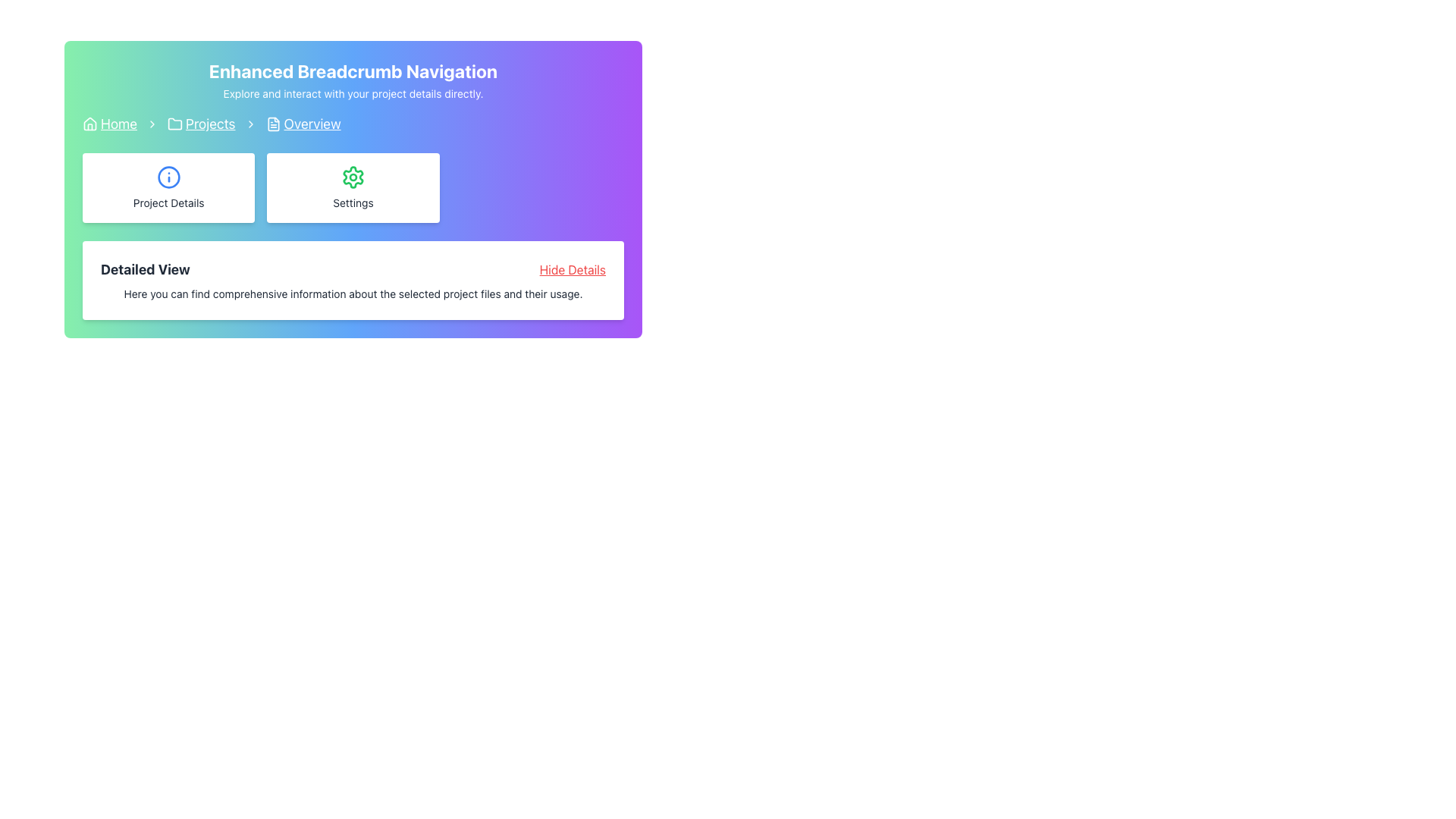  I want to click on the small icon representing a sheet of paper with a folded corner, located in the breadcrumb navigation area adjacent to the 'Overview' link, so click(273, 124).